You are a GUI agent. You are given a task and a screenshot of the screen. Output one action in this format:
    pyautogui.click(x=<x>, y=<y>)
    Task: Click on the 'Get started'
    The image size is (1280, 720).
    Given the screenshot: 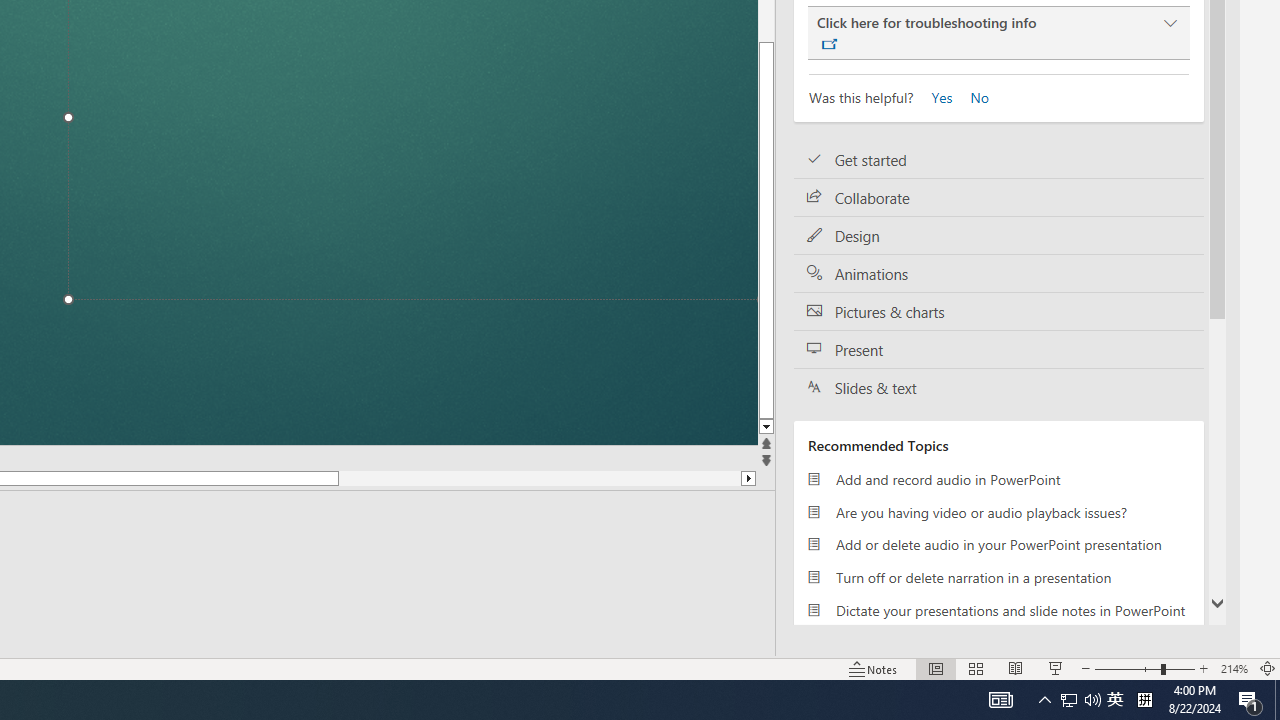 What is the action you would take?
    pyautogui.click(x=999, y=159)
    